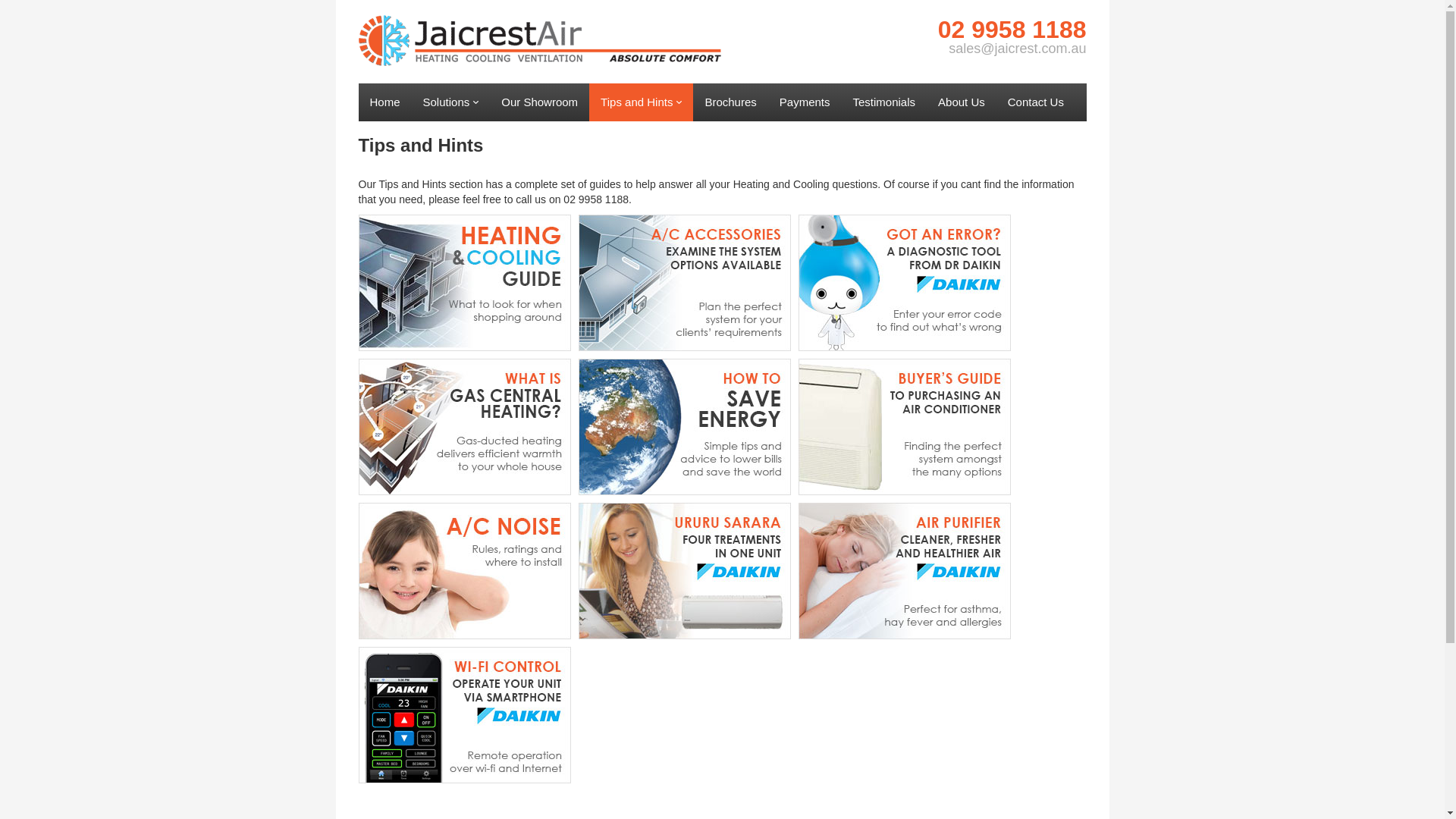  I want to click on 'sales@jaicrest.com.au', so click(1017, 48).